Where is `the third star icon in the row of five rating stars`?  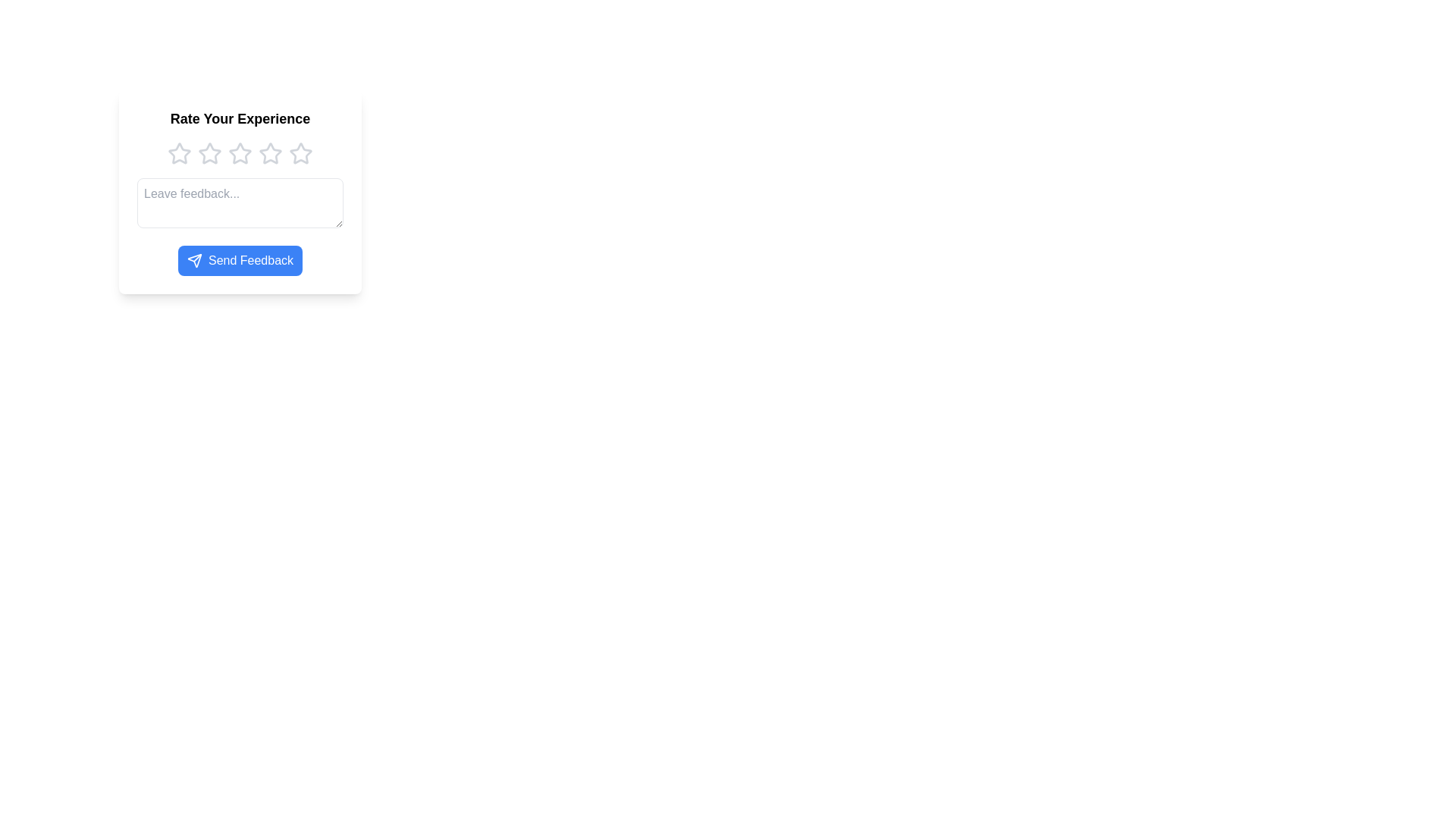
the third star icon in the row of five rating stars is located at coordinates (270, 153).